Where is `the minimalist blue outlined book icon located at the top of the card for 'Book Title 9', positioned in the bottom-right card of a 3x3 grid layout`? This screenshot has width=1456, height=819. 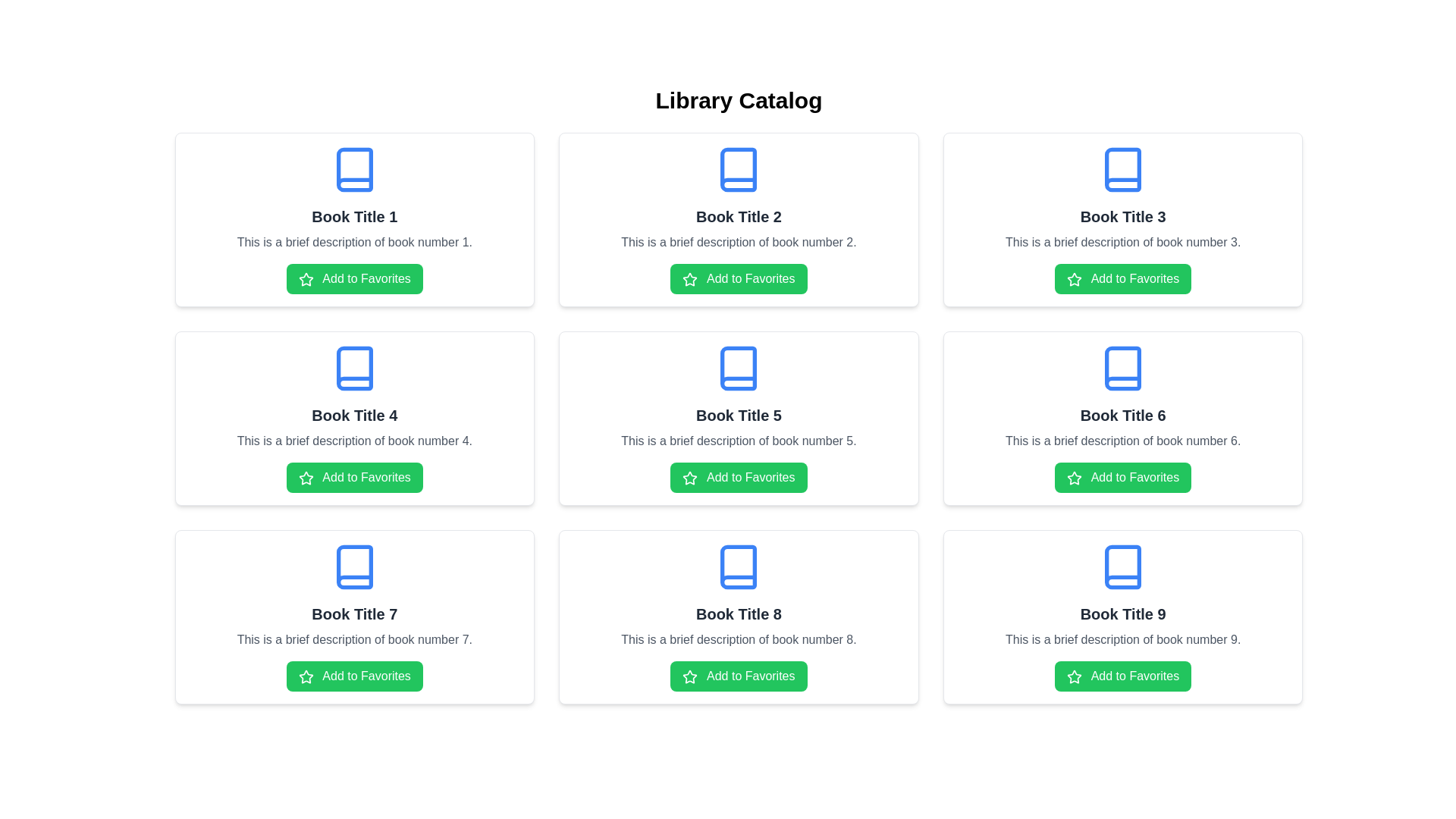
the minimalist blue outlined book icon located at the top of the card for 'Book Title 9', positioned in the bottom-right card of a 3x3 grid layout is located at coordinates (1123, 567).